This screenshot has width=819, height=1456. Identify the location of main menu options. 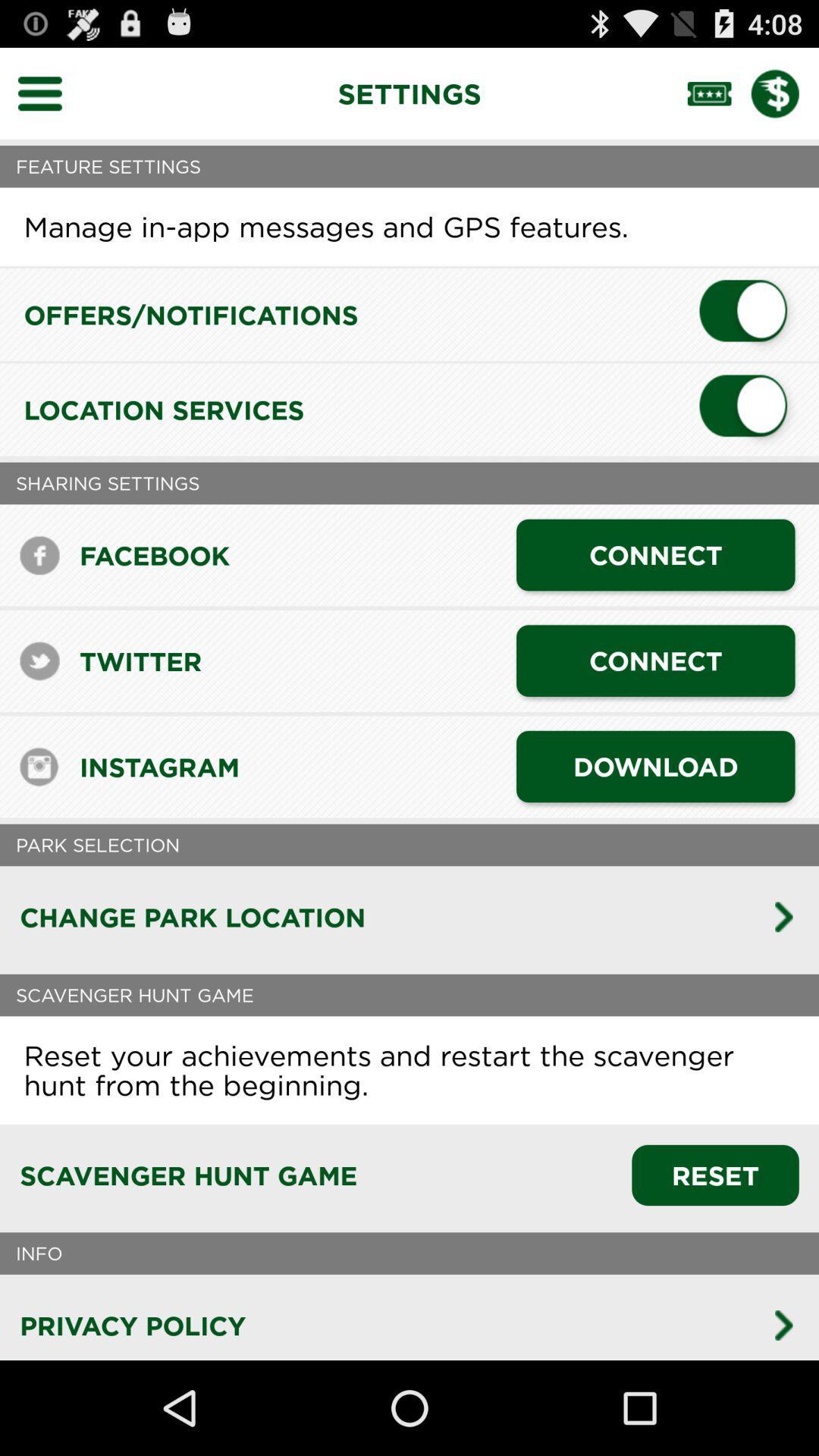
(49, 93).